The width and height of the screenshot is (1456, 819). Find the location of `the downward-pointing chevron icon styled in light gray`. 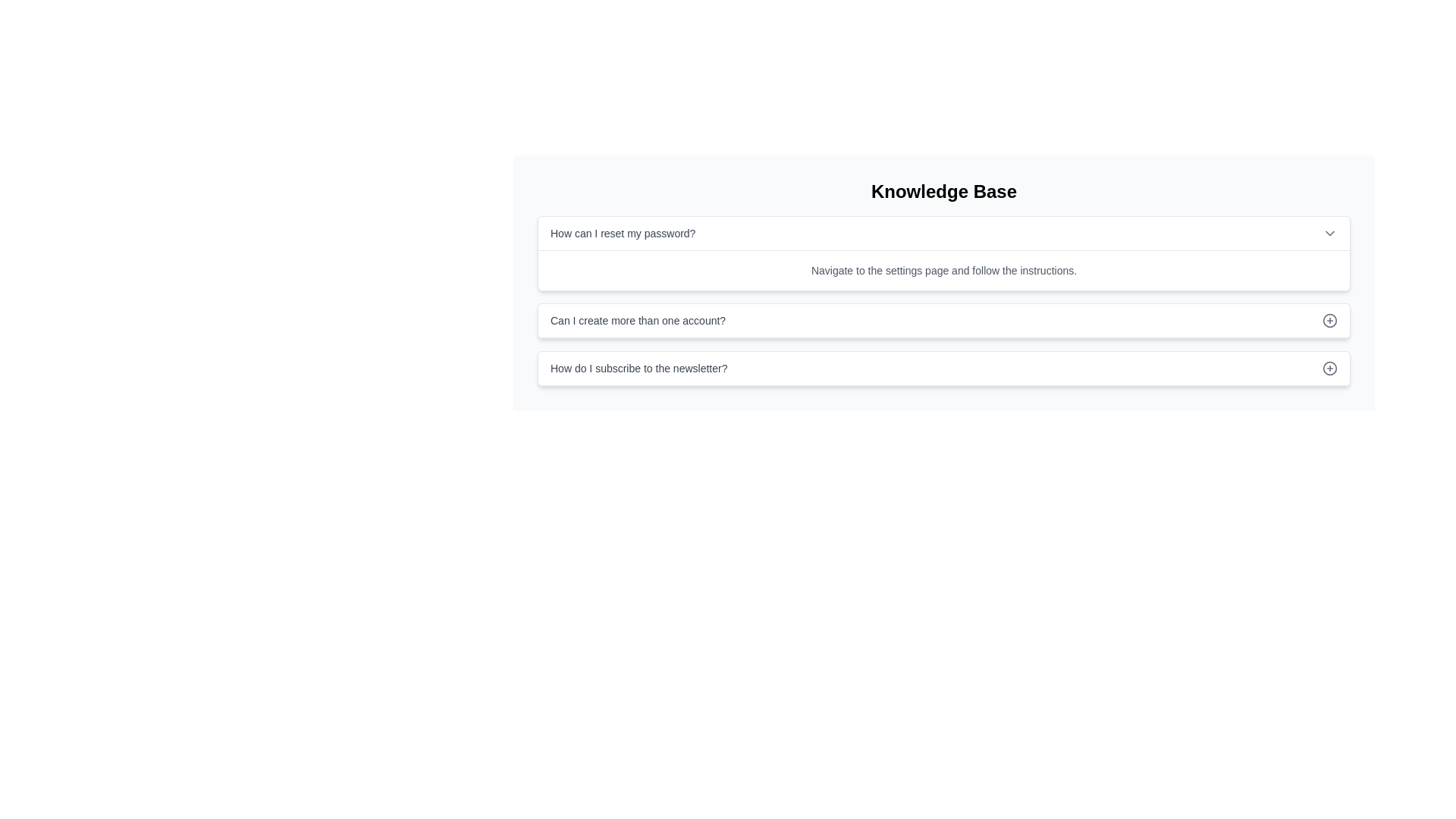

the downward-pointing chevron icon styled in light gray is located at coordinates (1329, 234).